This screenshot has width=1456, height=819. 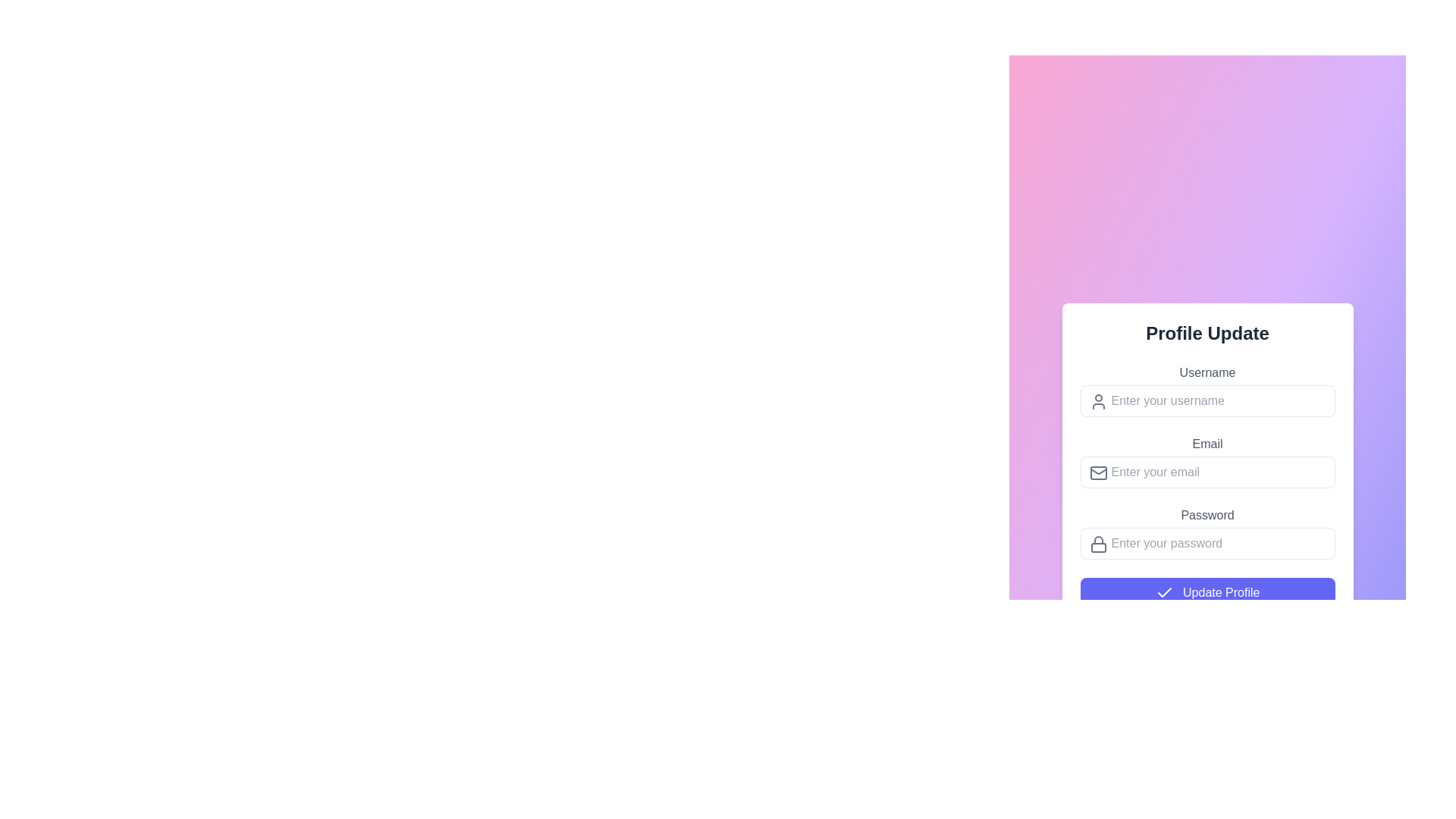 I want to click on the label indicating that the associated input field below it is for entering a password, which is the third label in the 'Profile Update' form layout, so click(x=1207, y=514).